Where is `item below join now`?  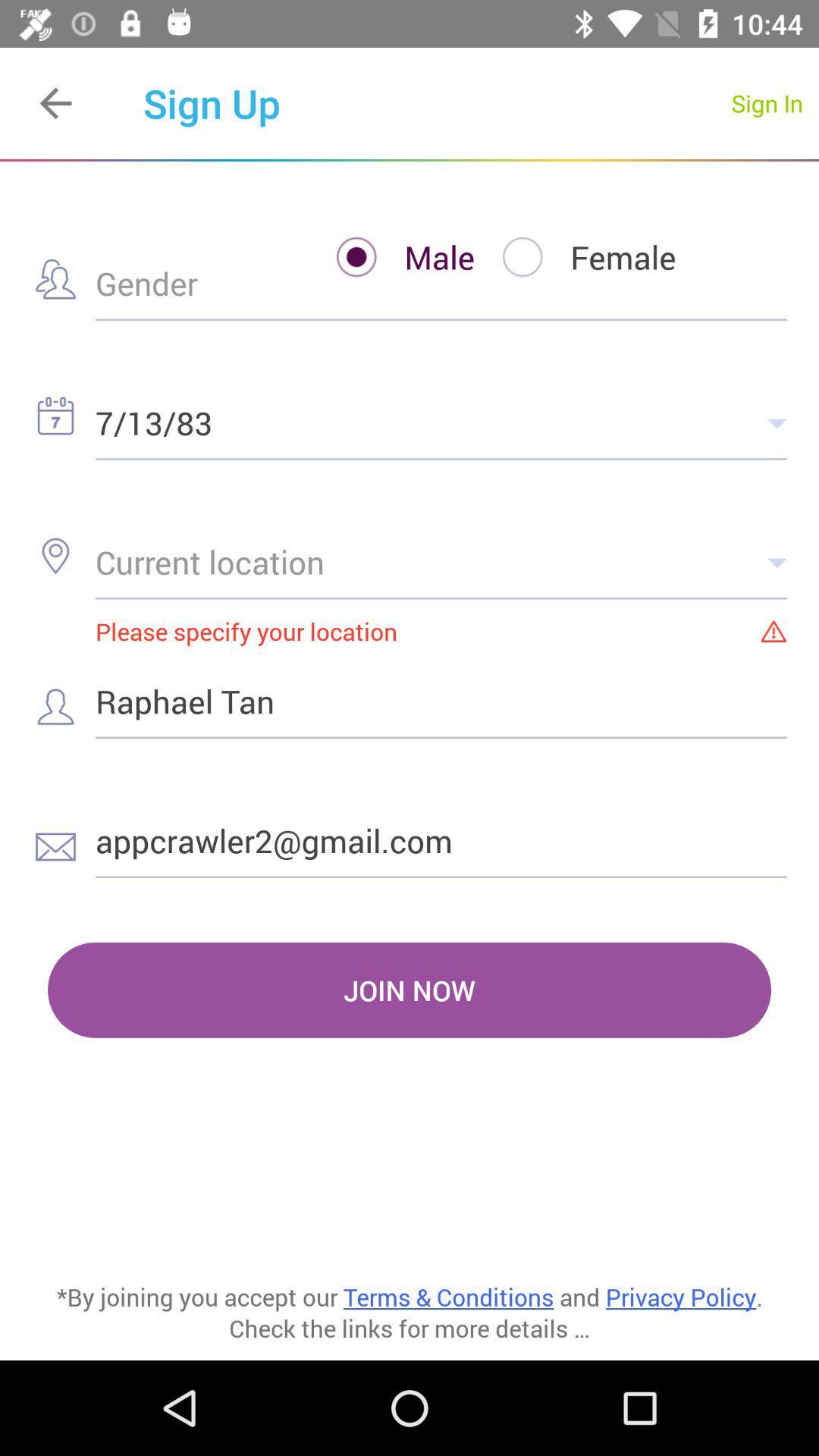 item below join now is located at coordinates (409, 1198).